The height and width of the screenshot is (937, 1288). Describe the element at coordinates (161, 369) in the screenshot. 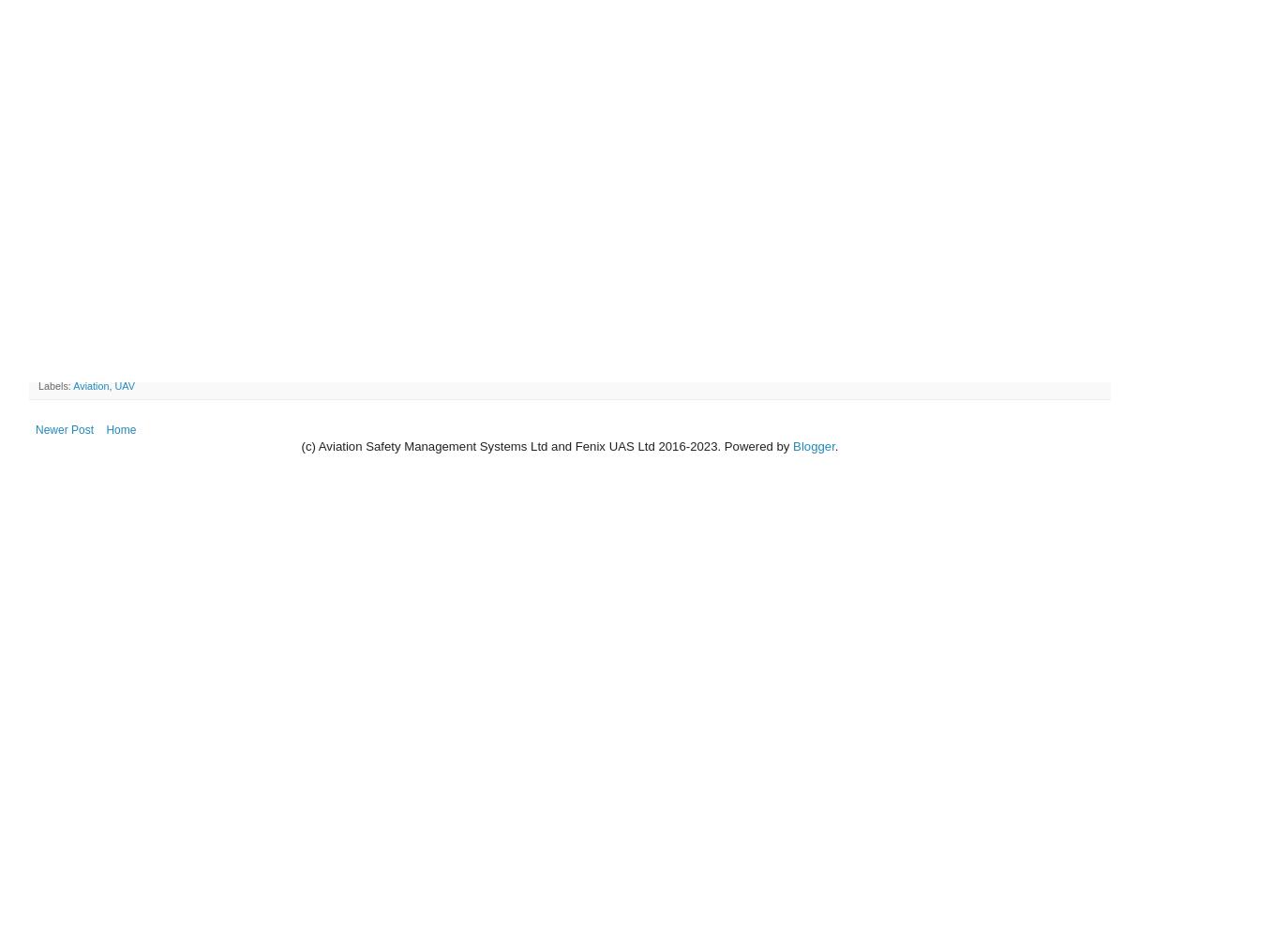

I see `'Share to Twitter'` at that location.